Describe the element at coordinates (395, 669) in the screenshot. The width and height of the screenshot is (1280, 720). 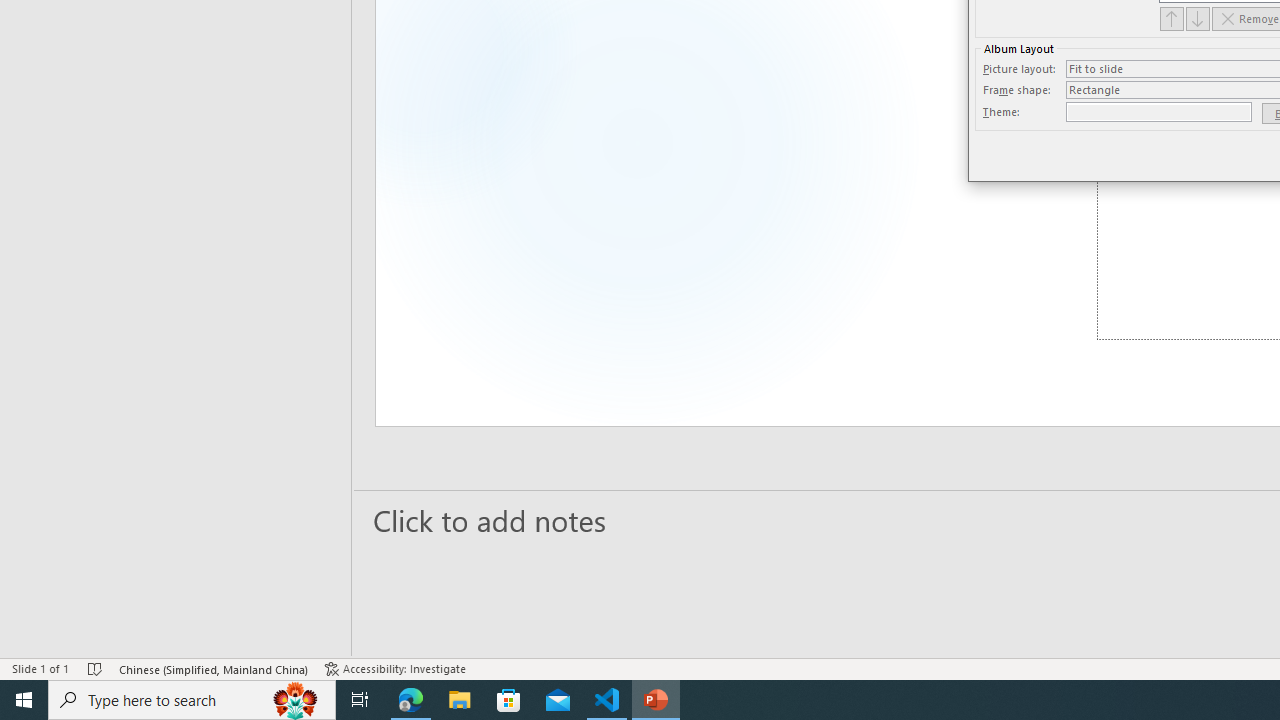
I see `'Accessibility Checker Accessibility: Investigate'` at that location.